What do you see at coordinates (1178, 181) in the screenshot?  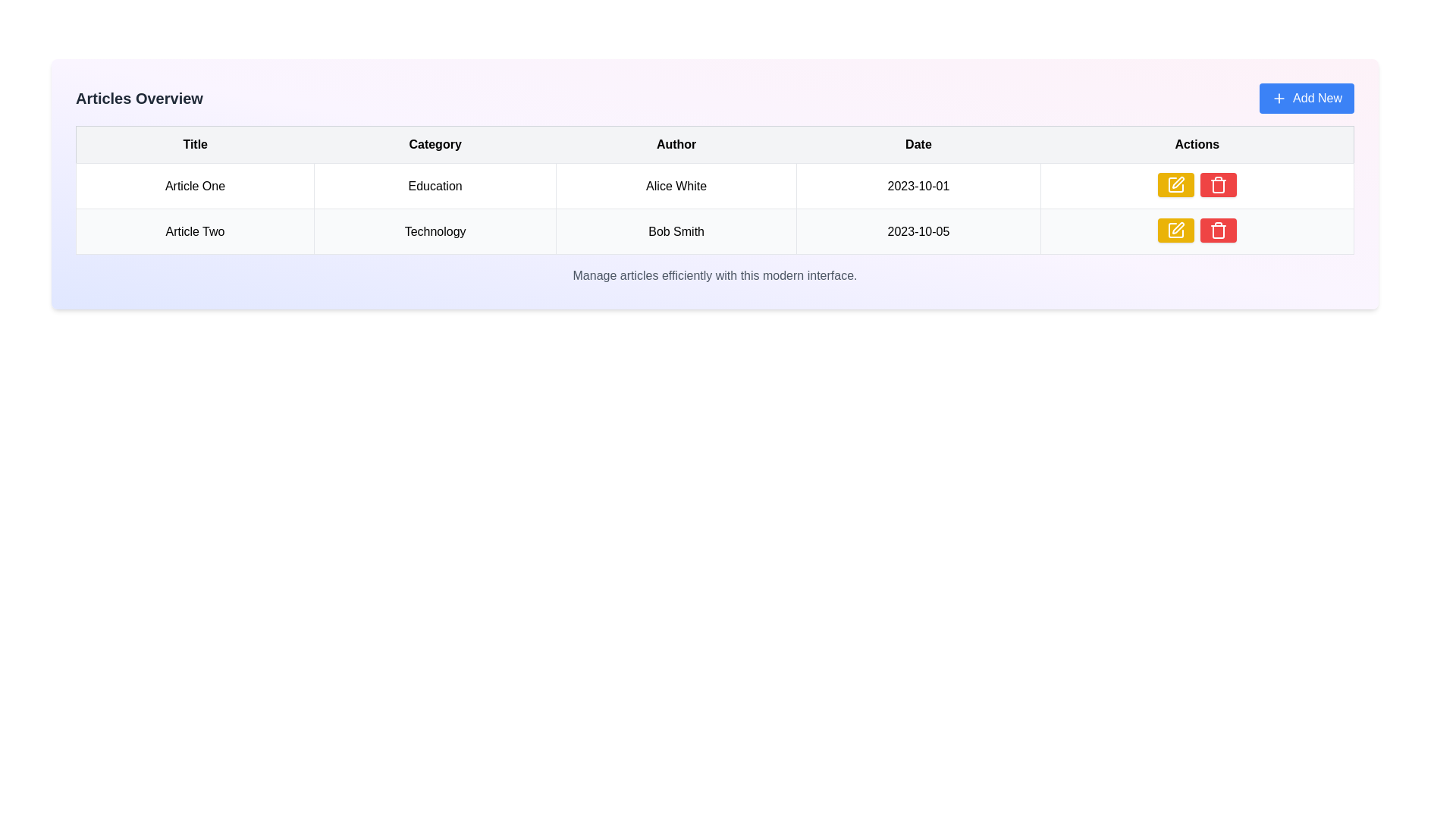 I see `the edit icon button in the Actions column corresponding to Article Two` at bounding box center [1178, 181].